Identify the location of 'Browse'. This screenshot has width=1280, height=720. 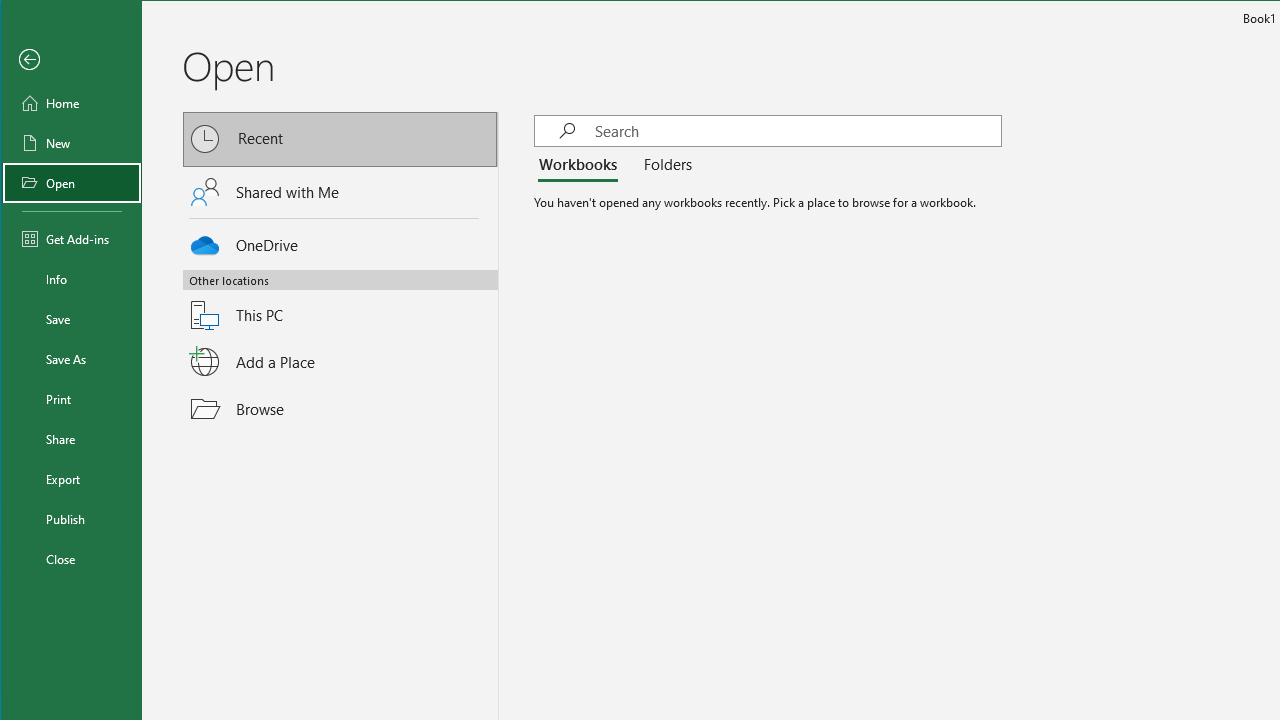
(341, 408).